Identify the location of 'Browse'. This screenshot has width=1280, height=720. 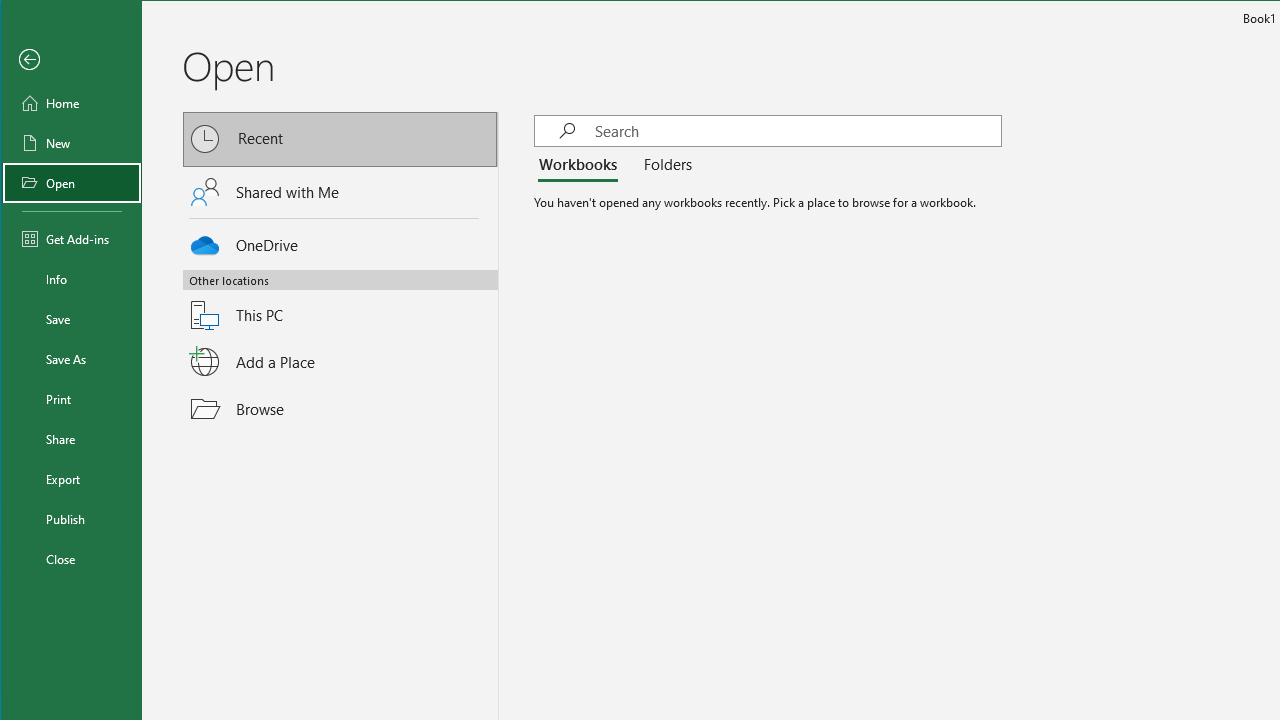
(341, 408).